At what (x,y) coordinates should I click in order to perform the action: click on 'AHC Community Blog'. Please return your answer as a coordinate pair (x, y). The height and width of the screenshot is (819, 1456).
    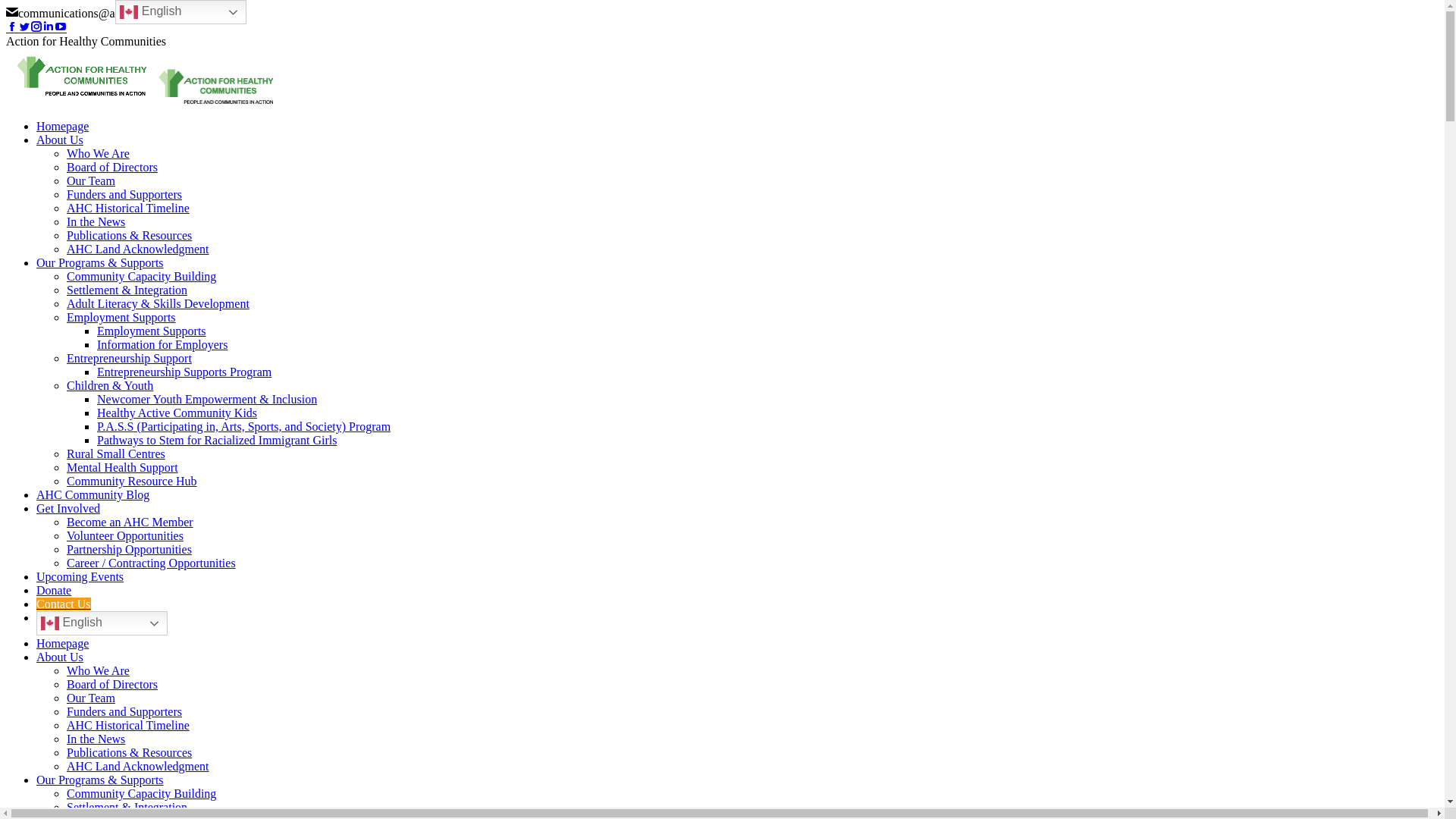
    Looking at the image, I should click on (92, 494).